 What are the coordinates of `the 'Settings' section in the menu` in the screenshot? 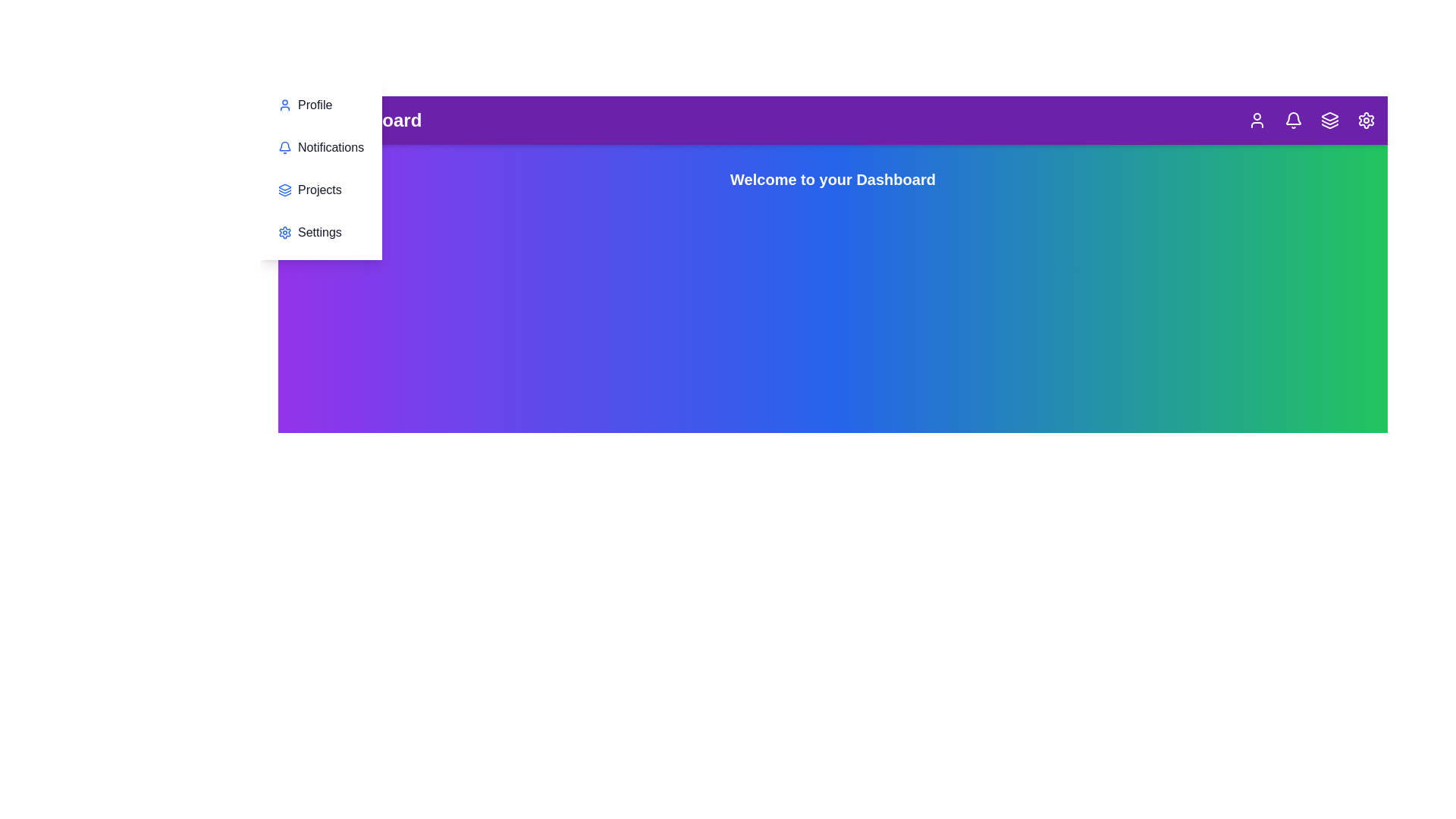 It's located at (319, 233).